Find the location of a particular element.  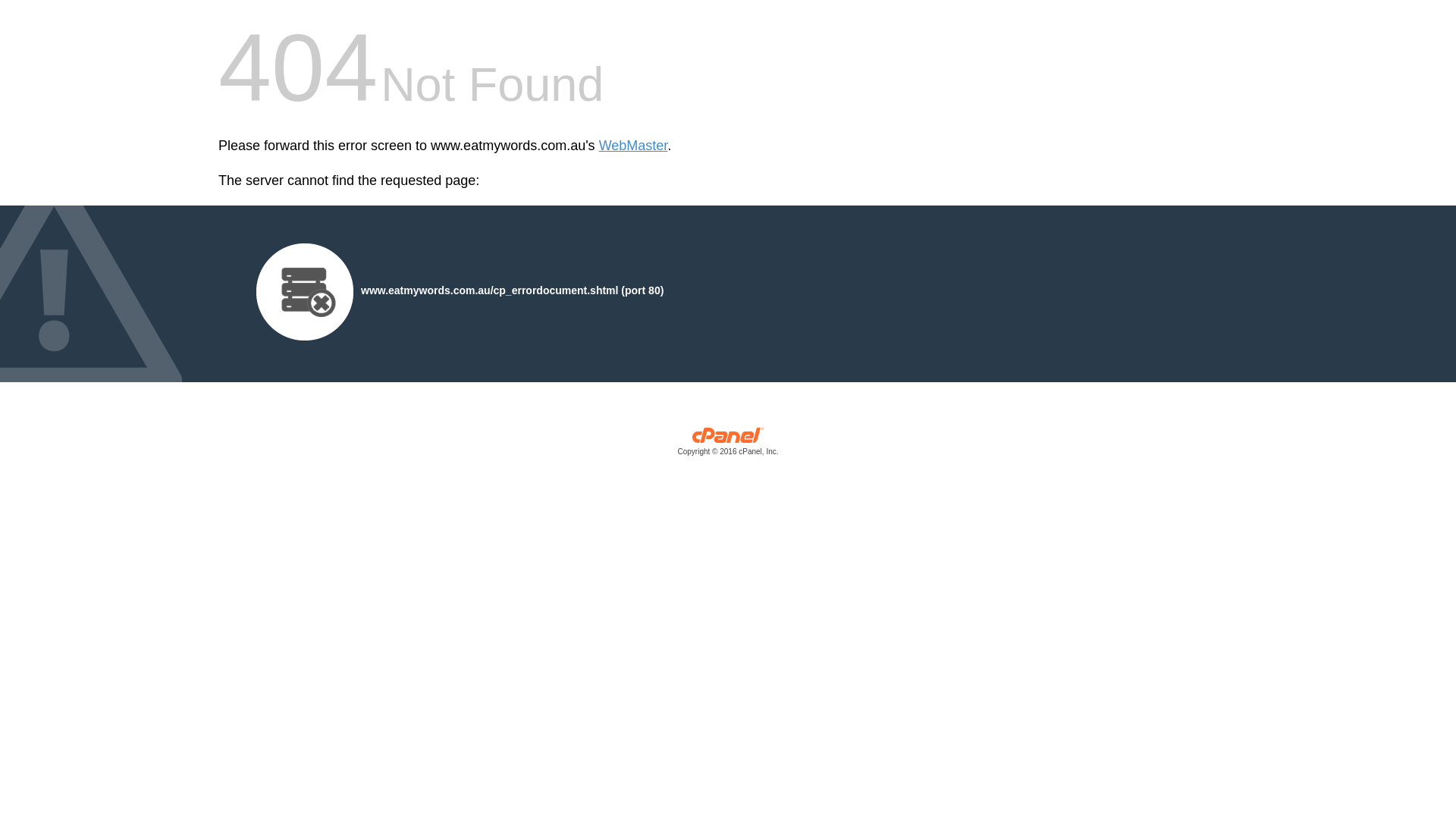

'WebMaster' is located at coordinates (598, 146).